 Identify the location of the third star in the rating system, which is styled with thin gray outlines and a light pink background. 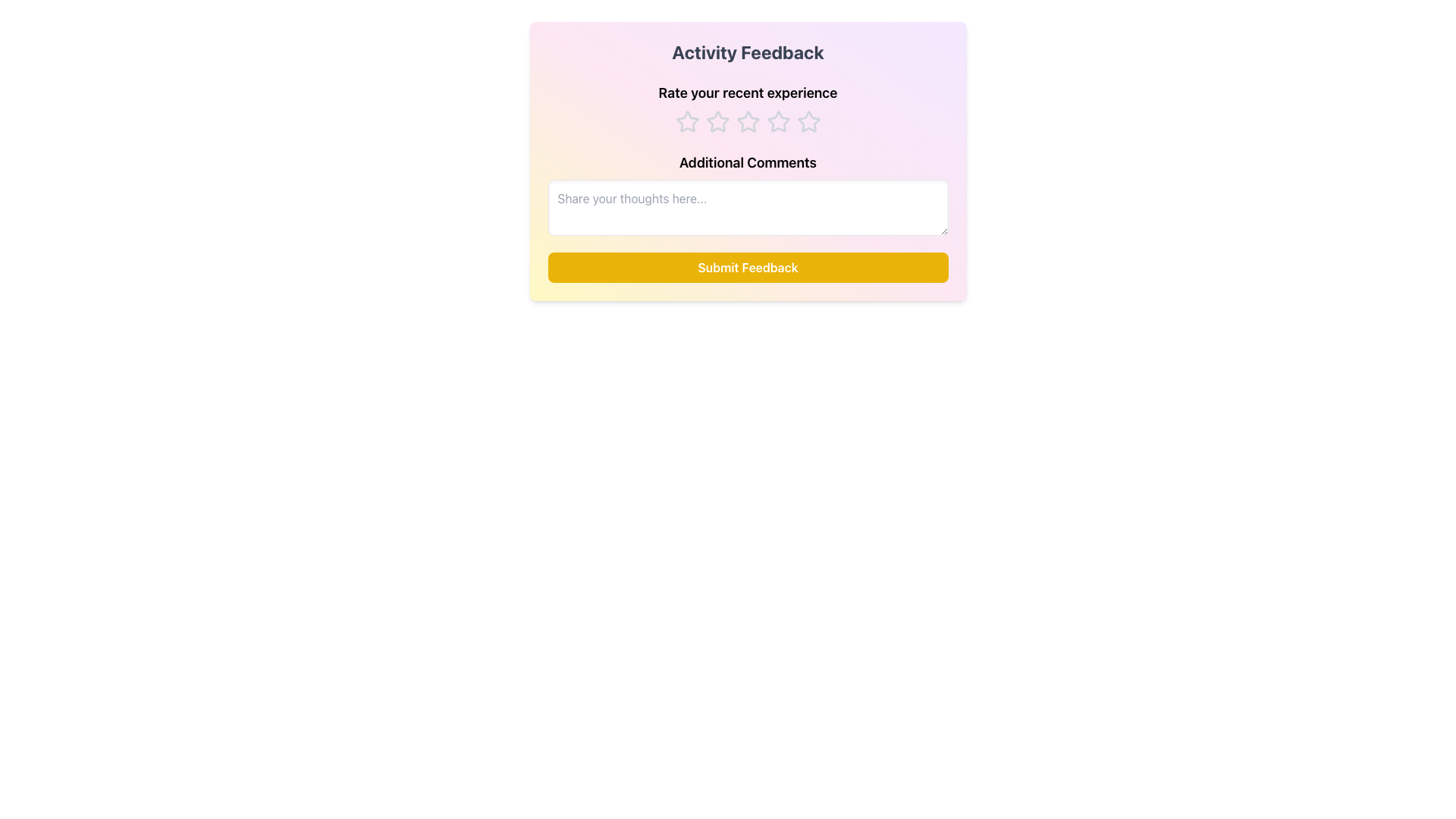
(778, 121).